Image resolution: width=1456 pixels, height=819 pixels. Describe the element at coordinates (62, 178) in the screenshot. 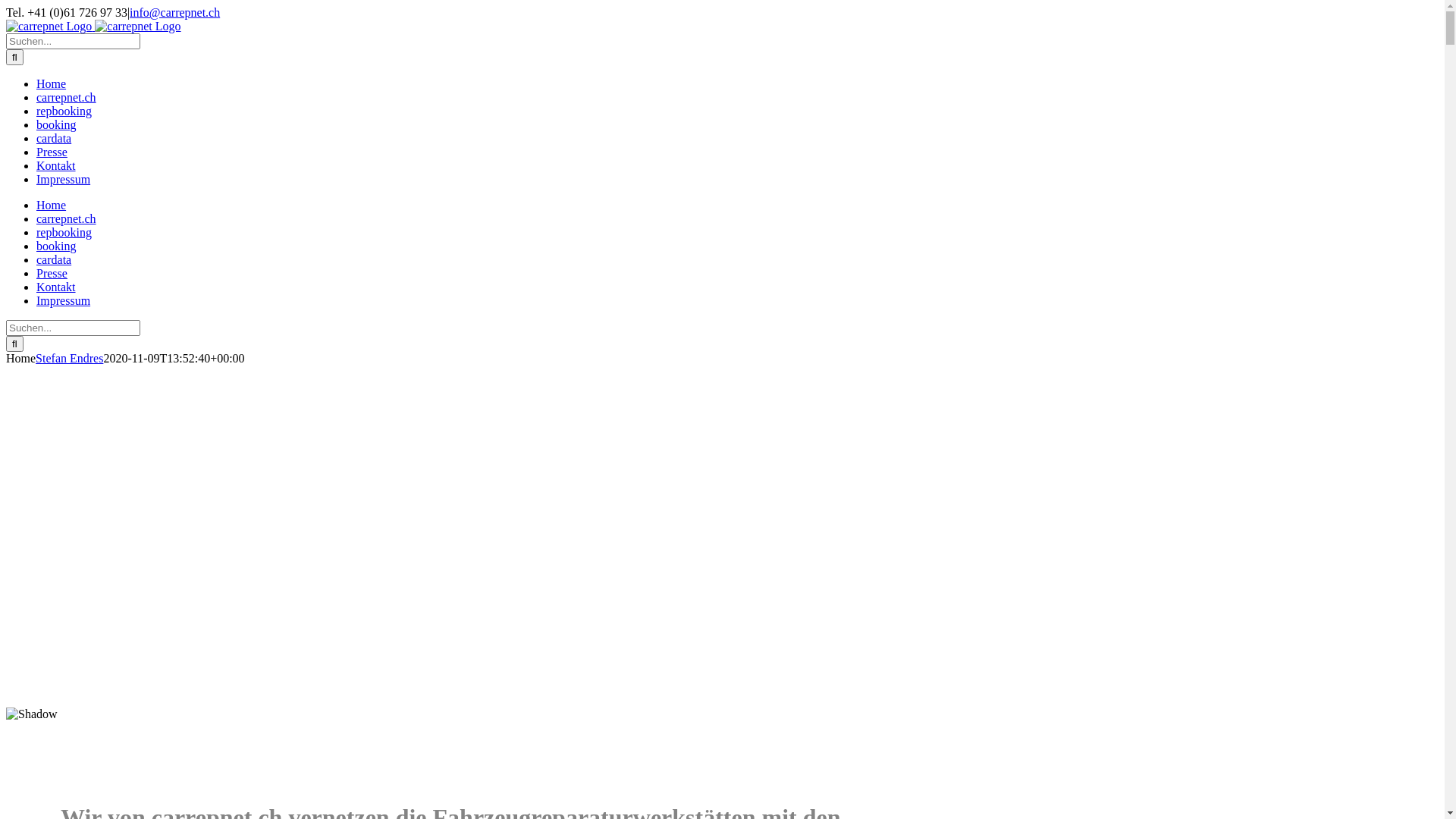

I see `'Impressum'` at that location.